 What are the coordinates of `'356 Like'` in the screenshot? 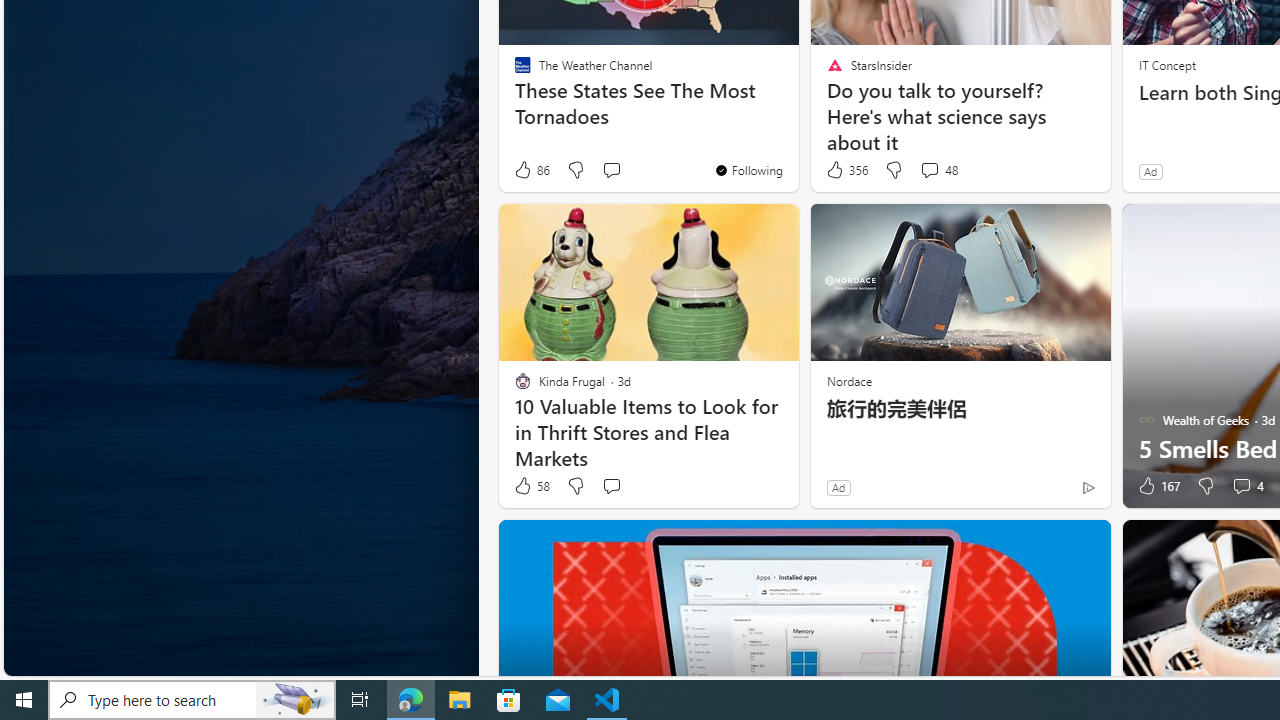 It's located at (846, 169).